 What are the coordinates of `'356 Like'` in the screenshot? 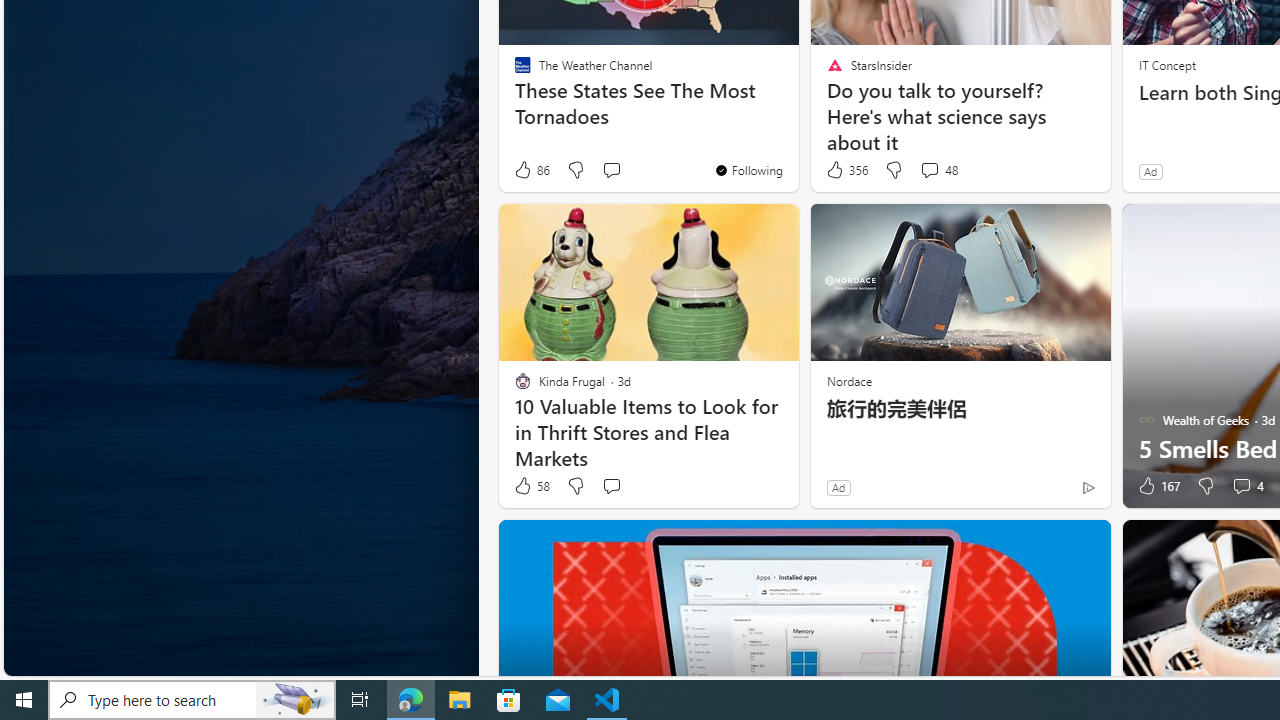 It's located at (846, 169).